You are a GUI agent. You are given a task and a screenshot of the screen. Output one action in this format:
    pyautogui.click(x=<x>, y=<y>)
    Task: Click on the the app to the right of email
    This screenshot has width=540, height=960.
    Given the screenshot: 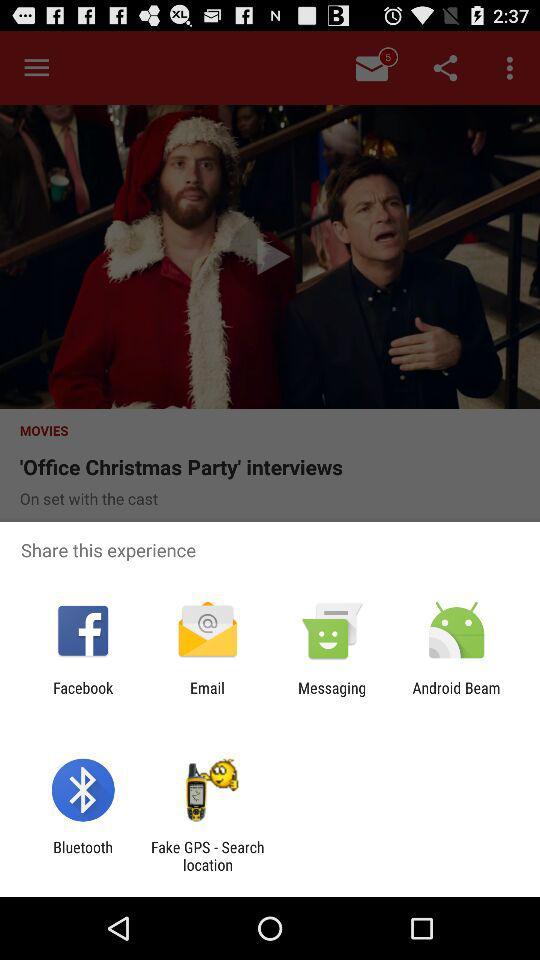 What is the action you would take?
    pyautogui.click(x=332, y=696)
    